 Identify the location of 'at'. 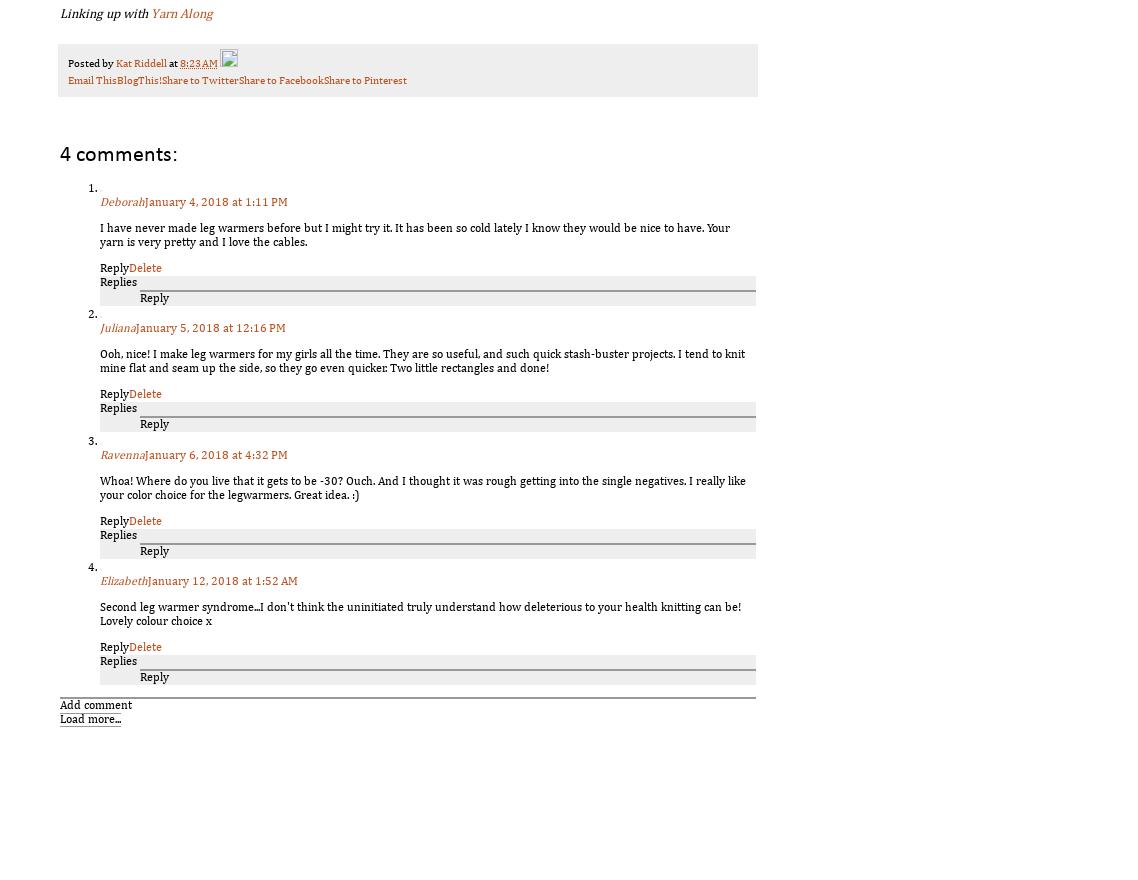
(173, 63).